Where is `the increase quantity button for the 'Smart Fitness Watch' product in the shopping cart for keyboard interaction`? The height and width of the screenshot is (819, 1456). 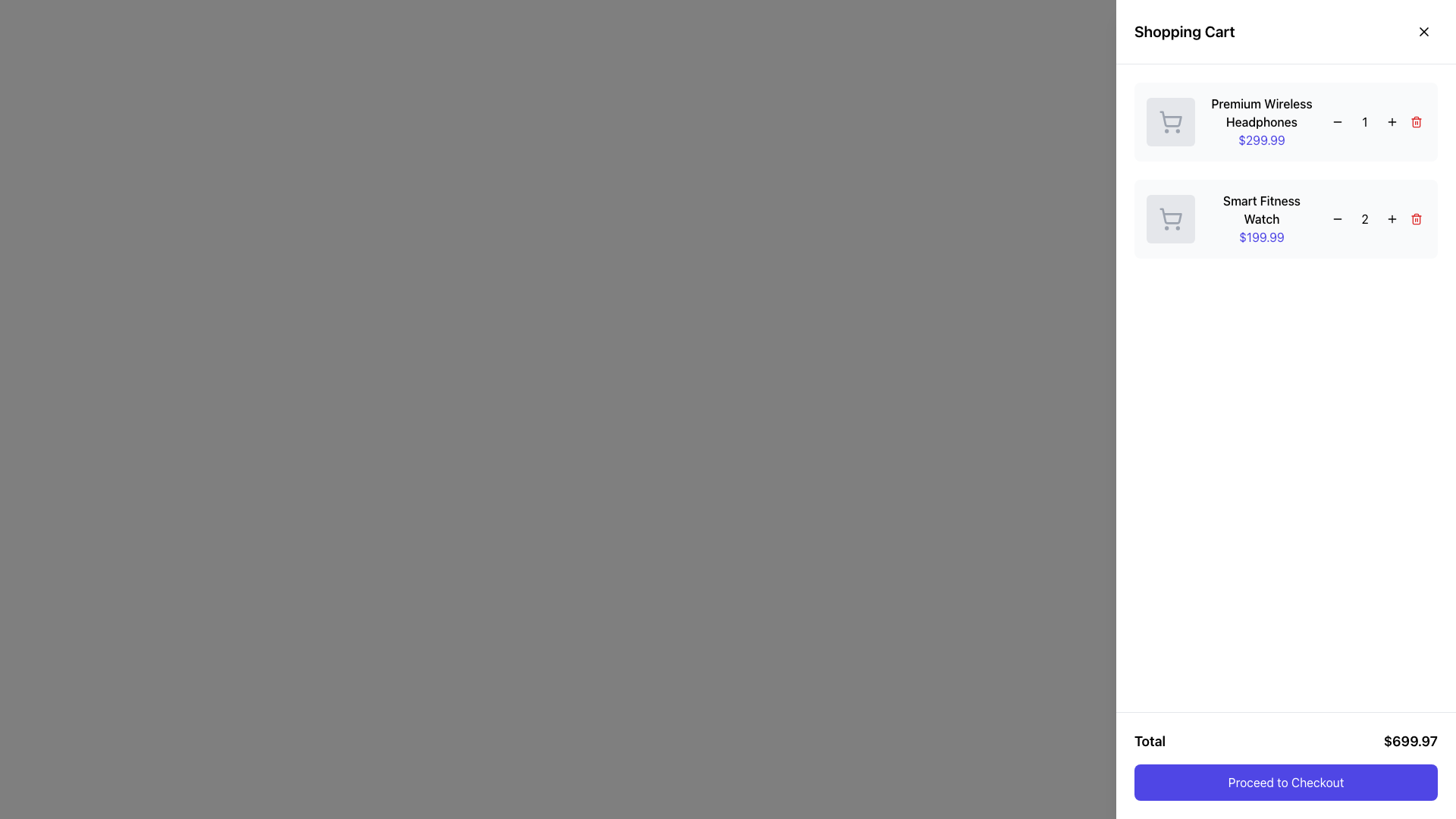
the increase quantity button for the 'Smart Fitness Watch' product in the shopping cart for keyboard interaction is located at coordinates (1392, 219).